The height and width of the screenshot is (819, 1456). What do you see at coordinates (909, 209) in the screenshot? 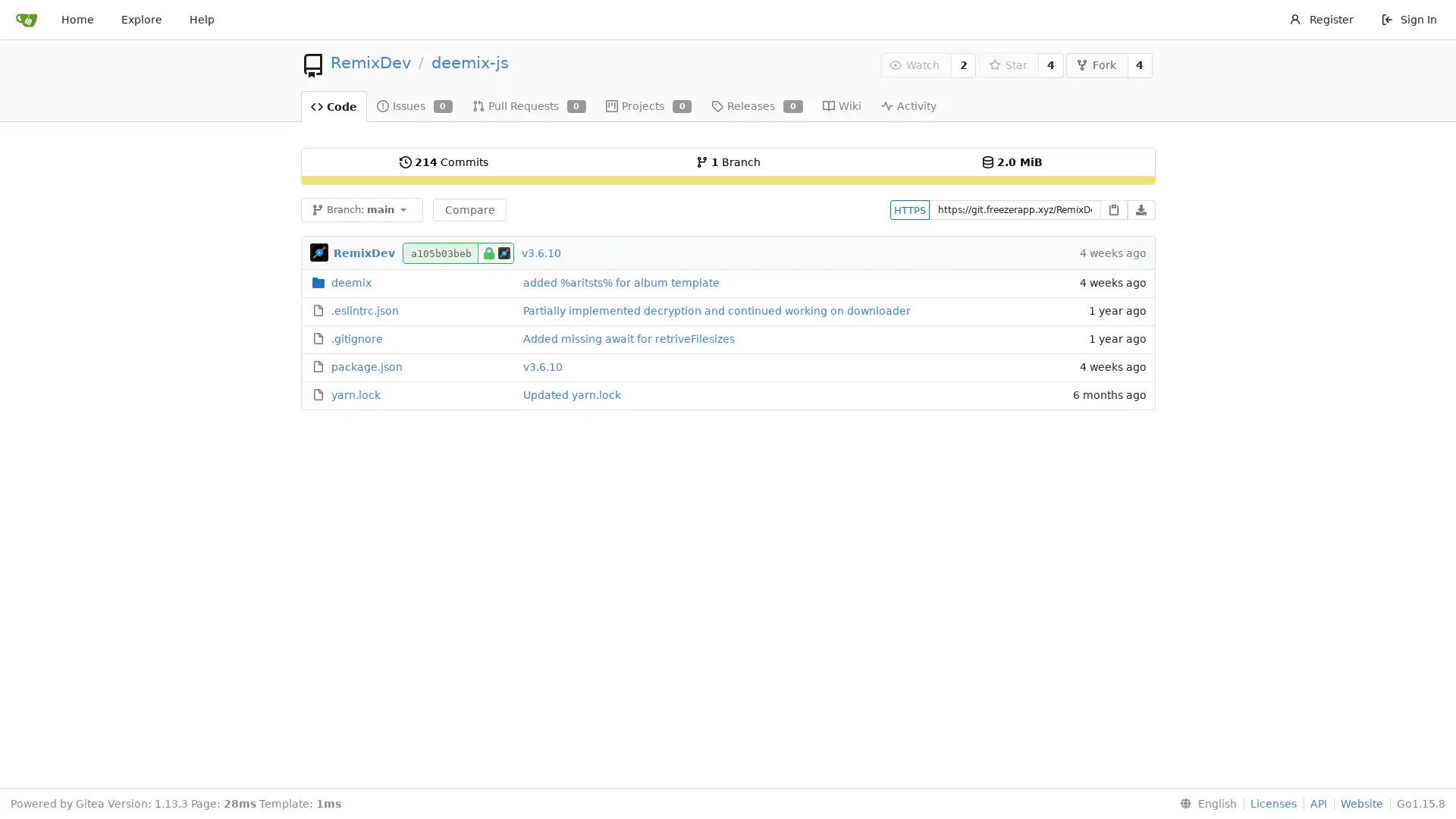
I see `HTTPS` at bounding box center [909, 209].